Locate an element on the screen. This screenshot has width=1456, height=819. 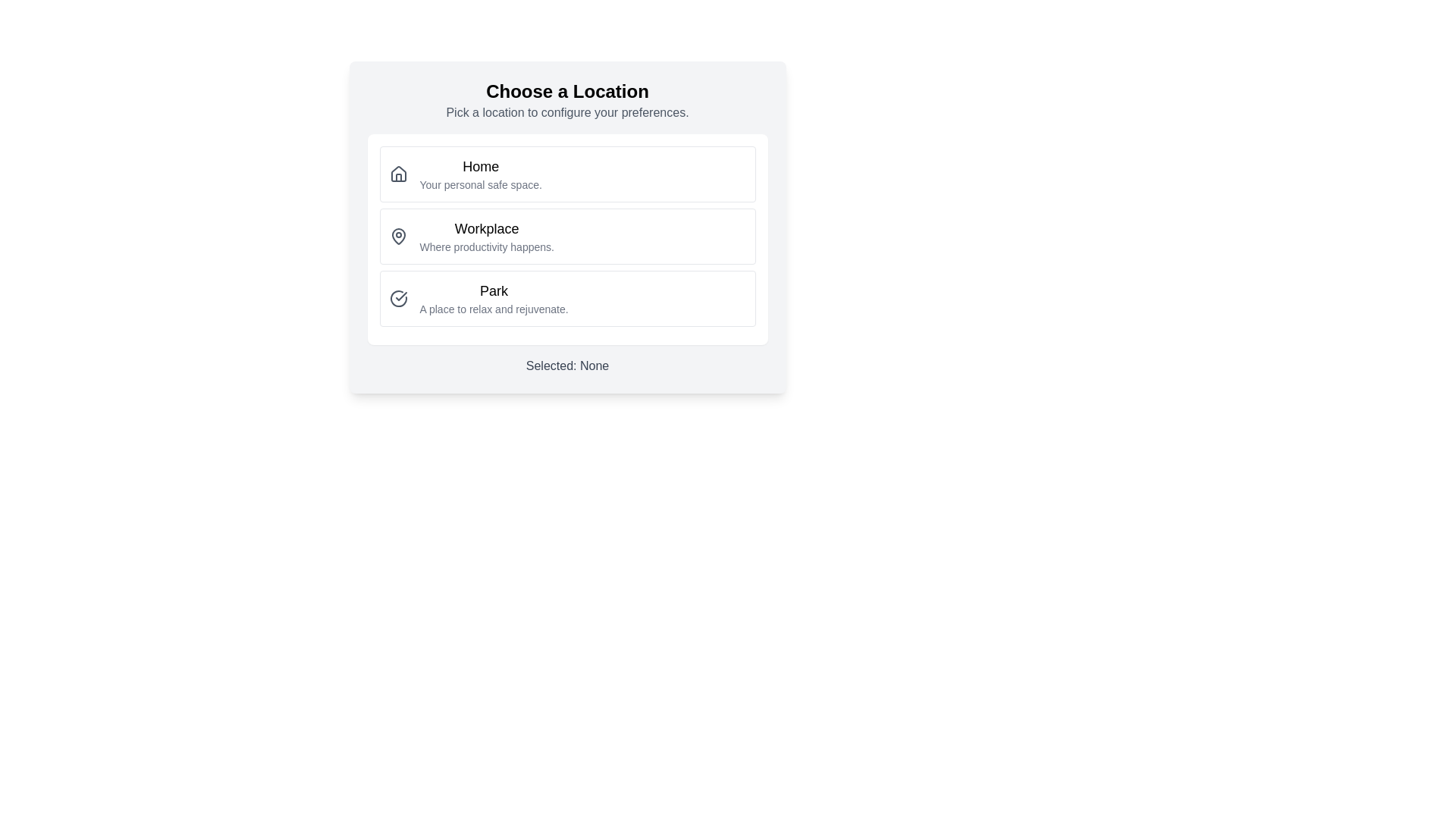
the house icon located on the left side of the 'Home' entry in the list of selectable options is located at coordinates (398, 173).